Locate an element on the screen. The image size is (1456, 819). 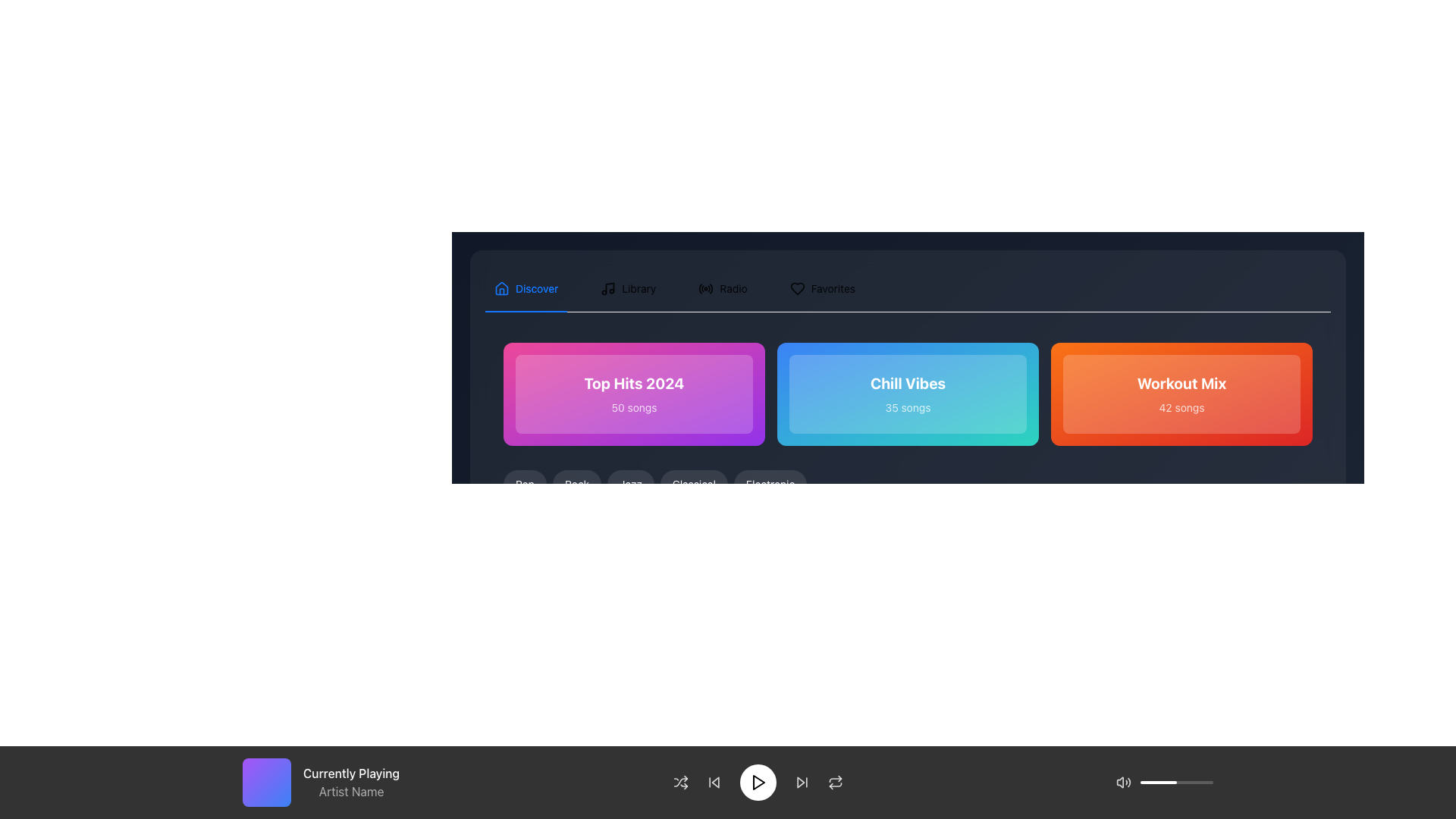
the circular icon resembling a radio wave broadcasting pattern in the navigation bar is located at coordinates (705, 289).